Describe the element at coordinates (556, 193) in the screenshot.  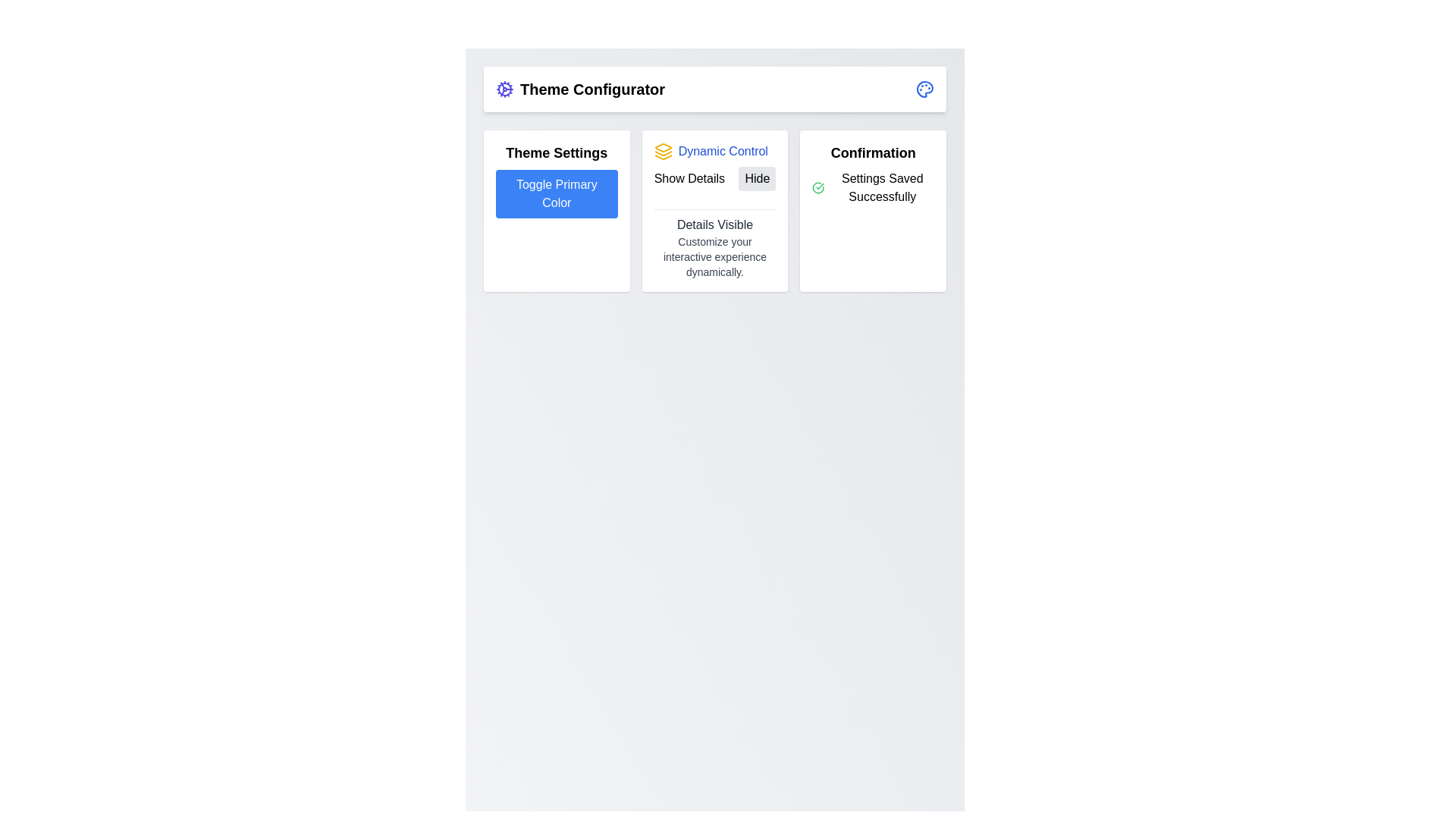
I see `the 'Toggle Primary Color' button, which is a rectangular button with rounded corners, solid blue color, and white text, located within the 'Theme Settings' card` at that location.